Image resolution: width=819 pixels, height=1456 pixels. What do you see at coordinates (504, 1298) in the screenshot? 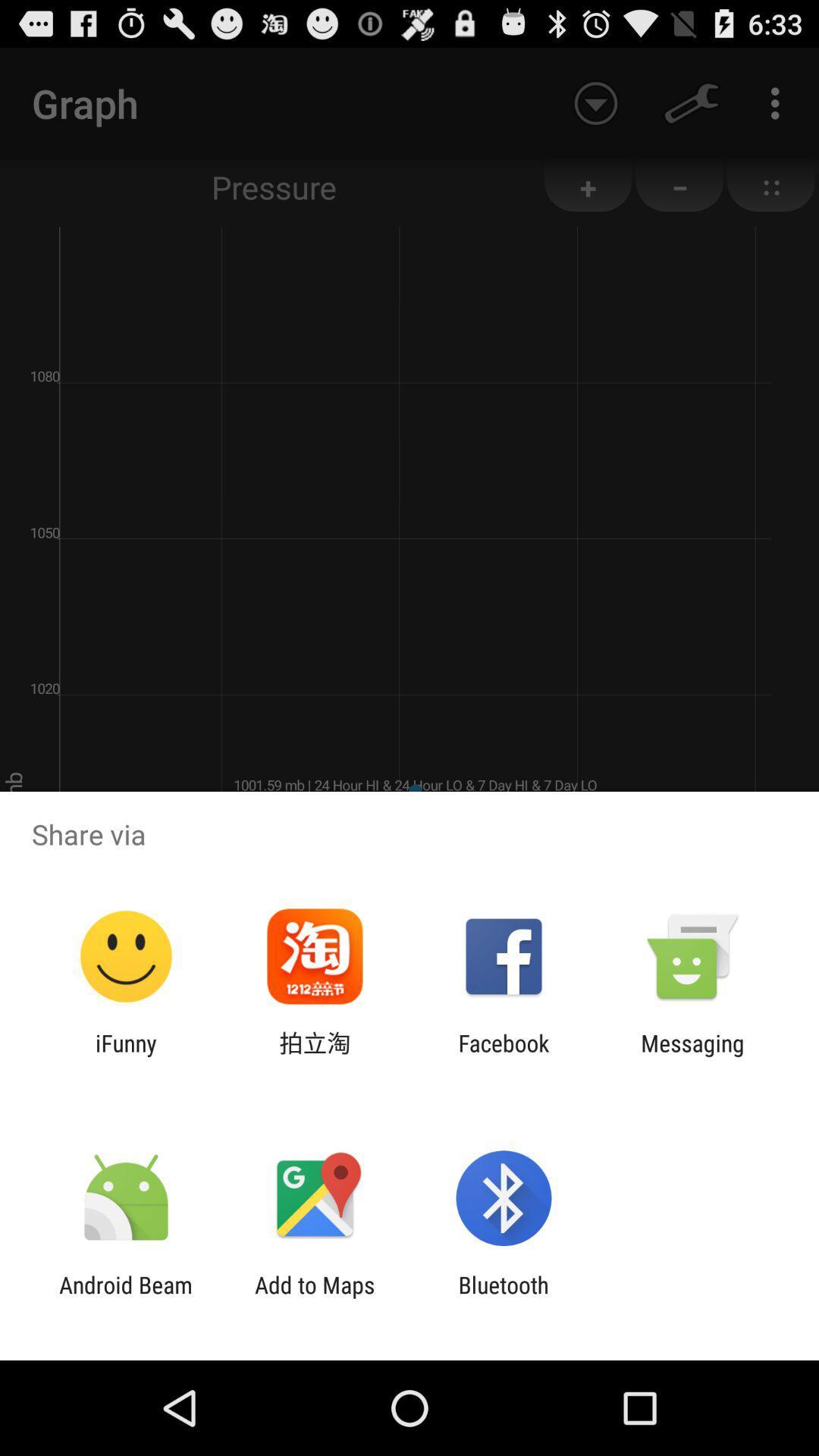
I see `the app next to the add to maps item` at bounding box center [504, 1298].